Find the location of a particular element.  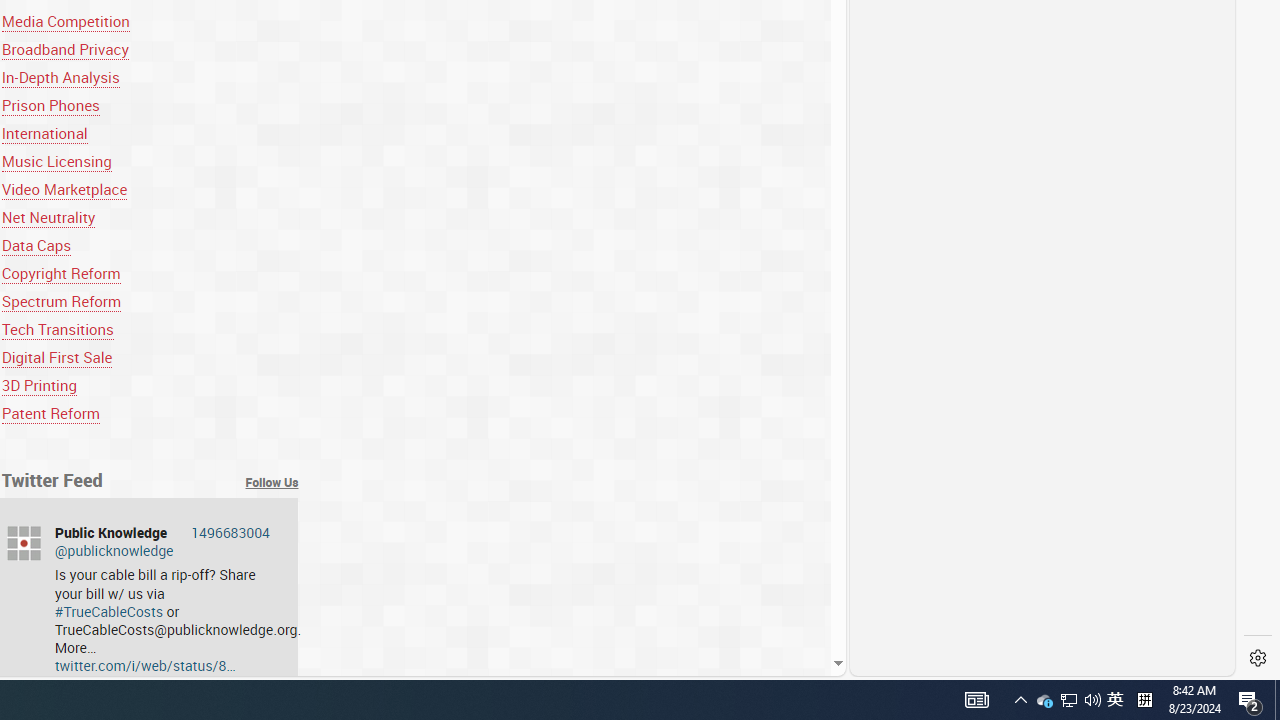

'1496683004' is located at coordinates (231, 531).